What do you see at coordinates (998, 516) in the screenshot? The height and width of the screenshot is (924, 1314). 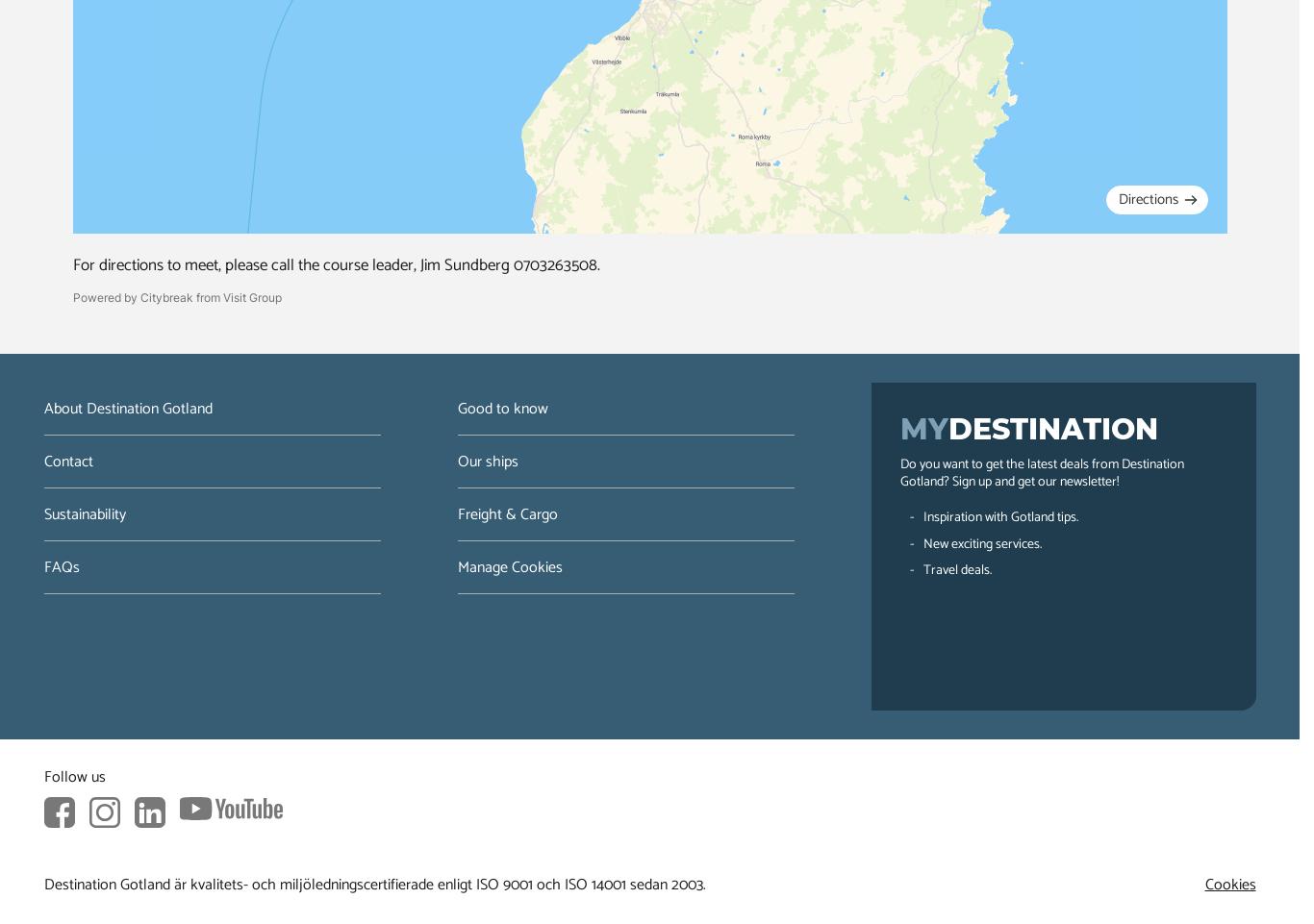 I see `'Inspiration with Gotland tips.'` at bounding box center [998, 516].